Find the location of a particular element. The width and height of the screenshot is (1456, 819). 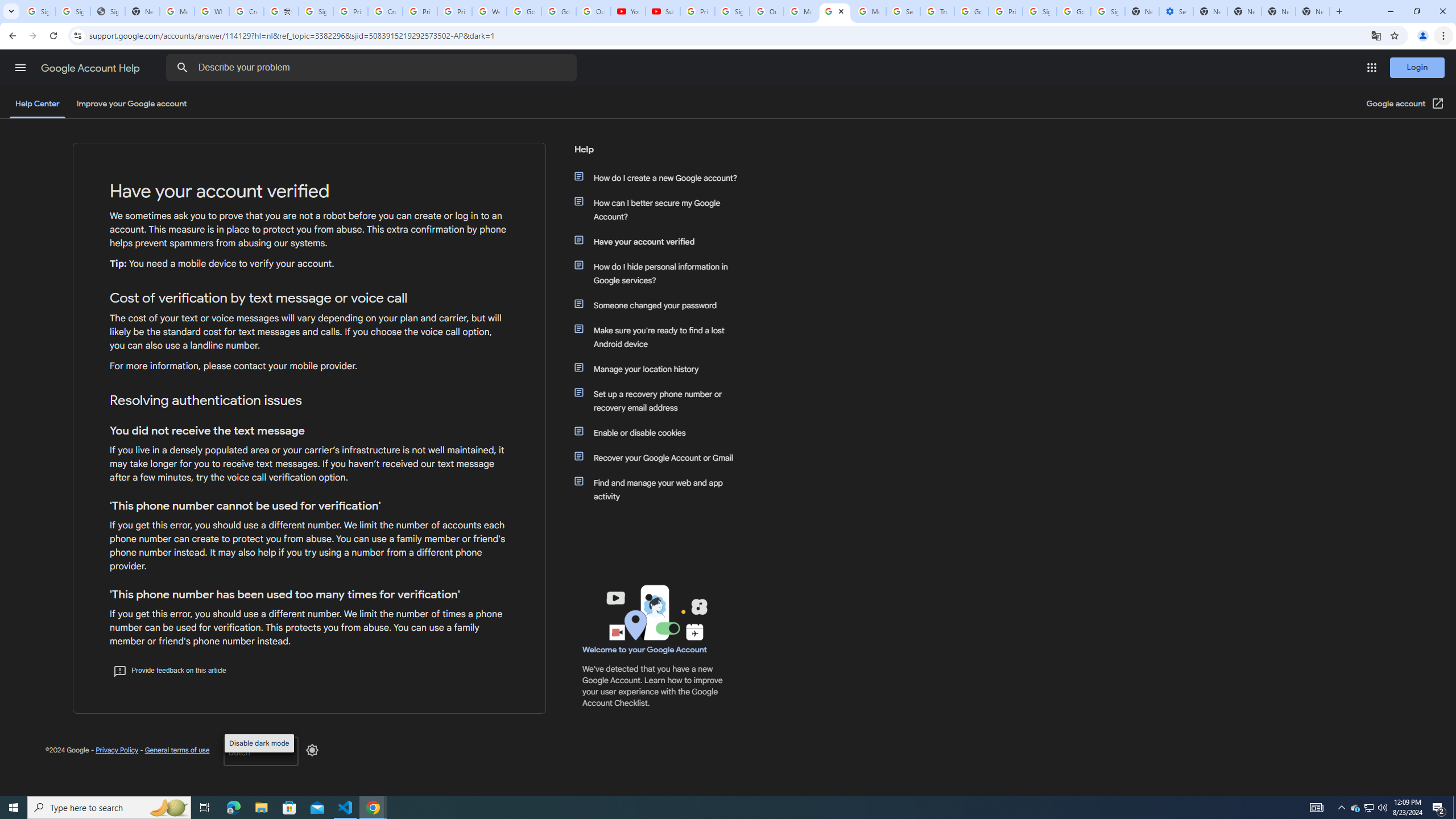

'Improve your Google account' is located at coordinates (131, 103).